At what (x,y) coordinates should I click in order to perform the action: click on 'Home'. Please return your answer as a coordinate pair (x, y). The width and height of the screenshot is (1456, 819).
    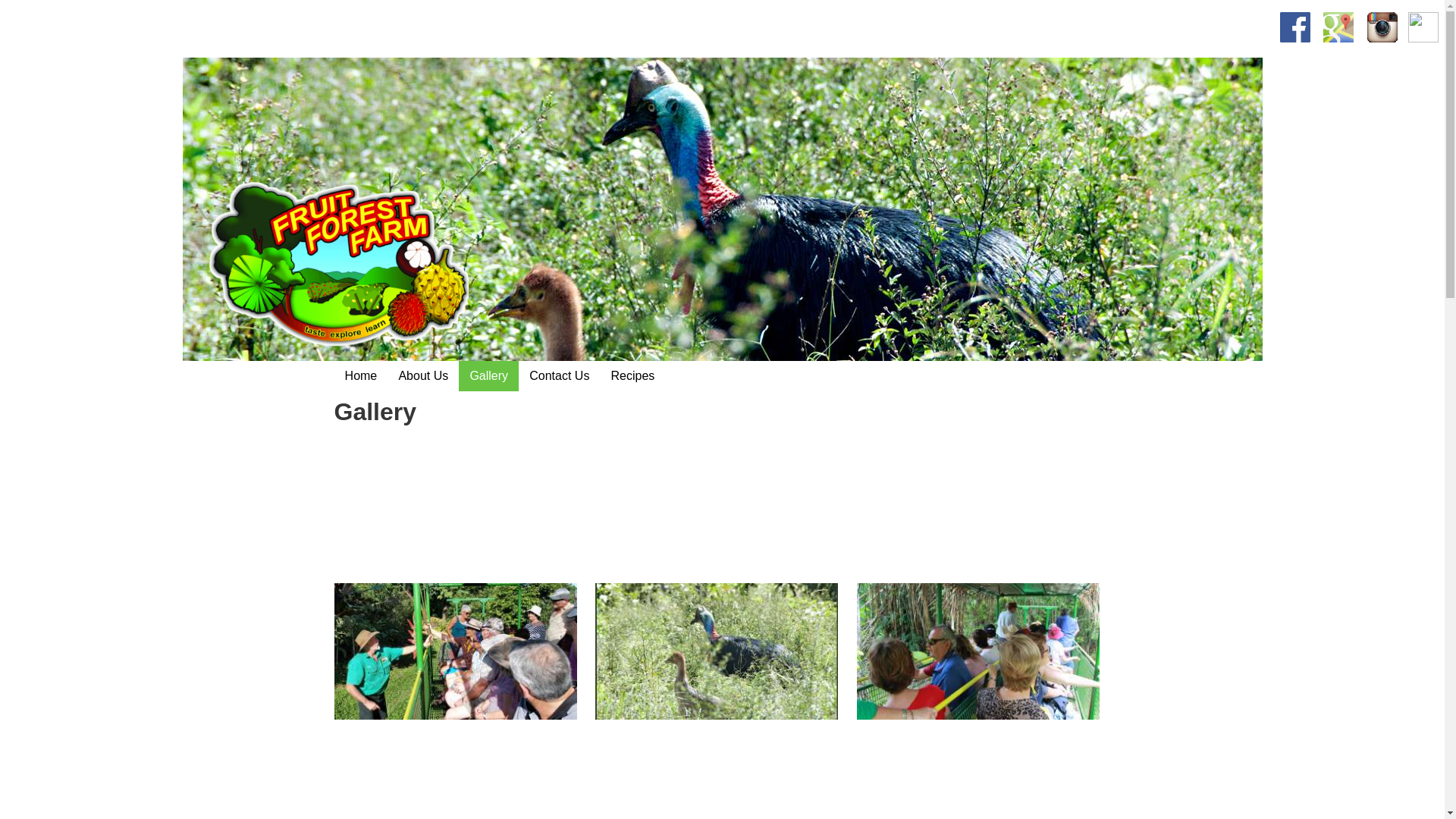
    Looking at the image, I should click on (359, 375).